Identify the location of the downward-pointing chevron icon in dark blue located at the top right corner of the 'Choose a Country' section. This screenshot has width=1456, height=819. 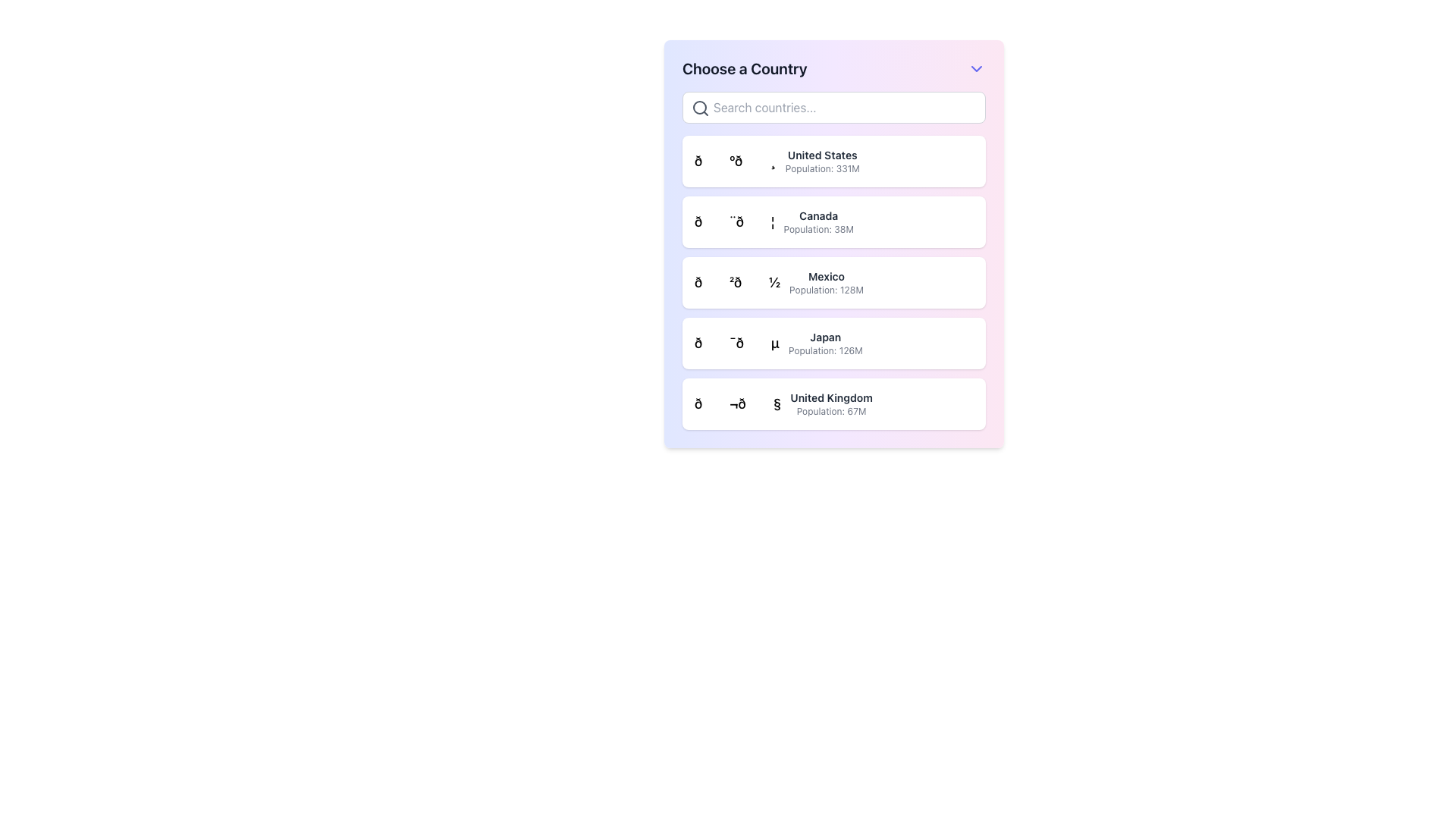
(976, 69).